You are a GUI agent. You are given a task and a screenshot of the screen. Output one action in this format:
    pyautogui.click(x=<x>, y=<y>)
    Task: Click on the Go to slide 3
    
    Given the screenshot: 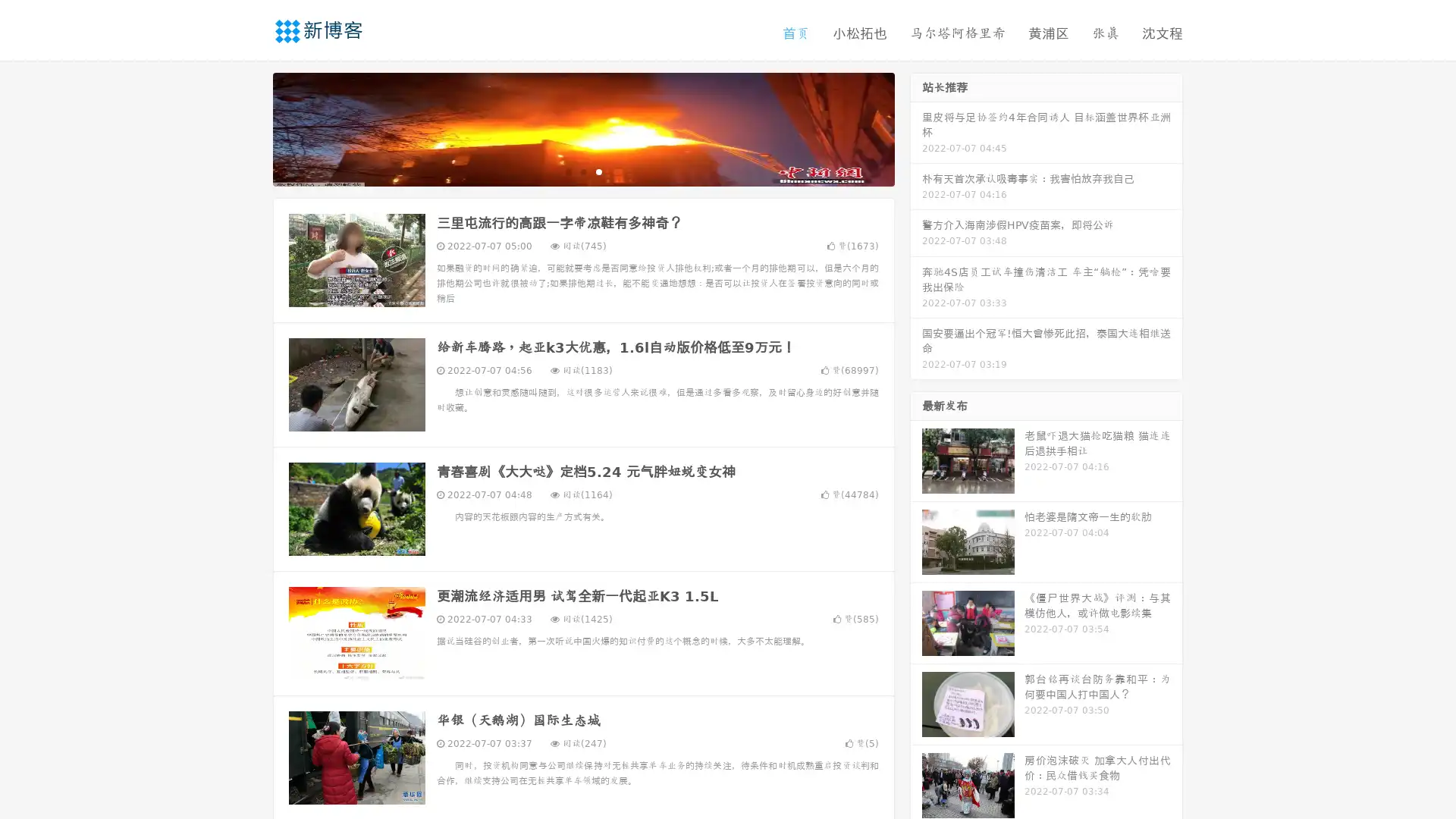 What is the action you would take?
    pyautogui.click(x=598, y=171)
    